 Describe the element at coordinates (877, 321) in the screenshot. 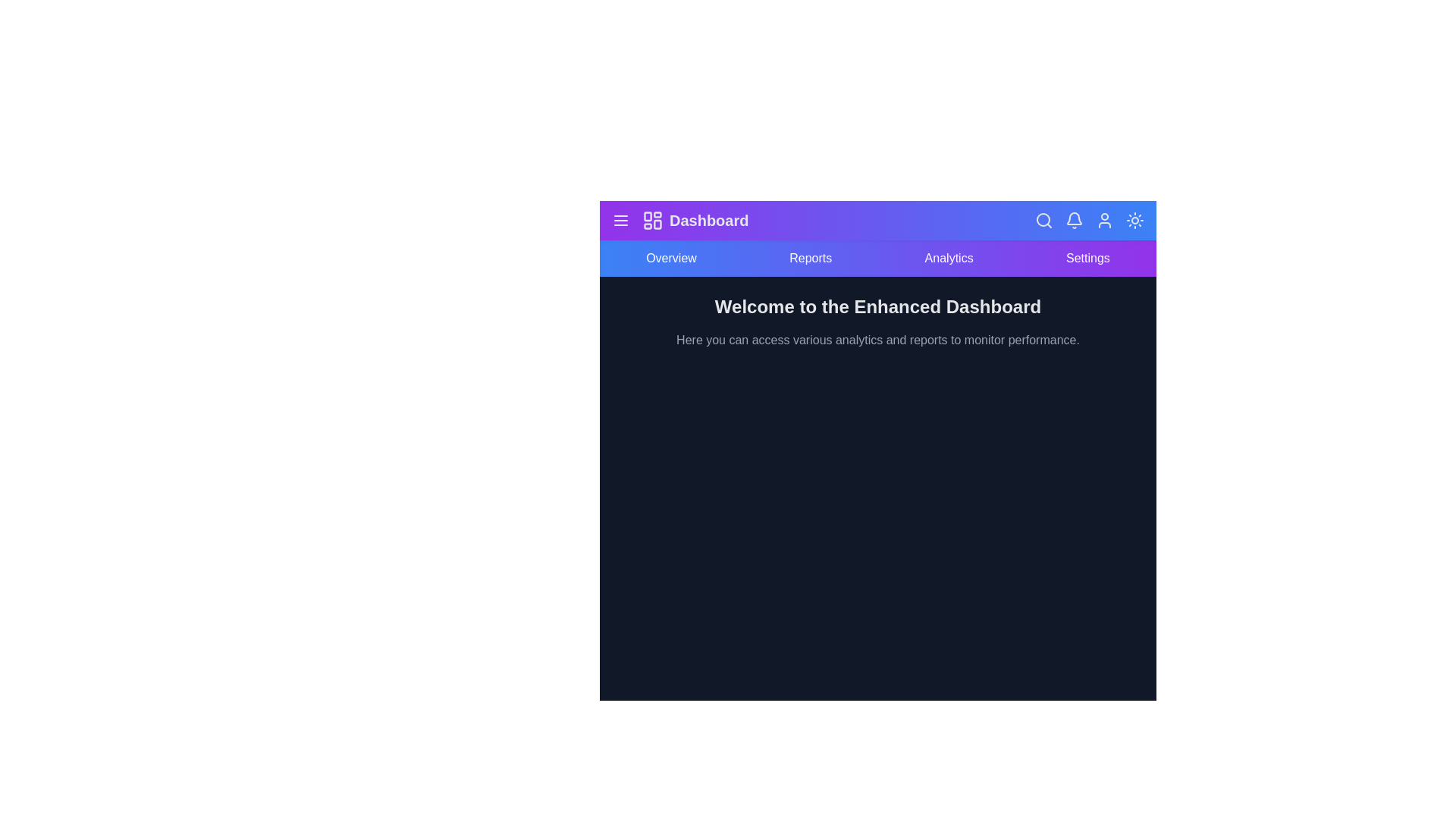

I see `the main content text area` at that location.